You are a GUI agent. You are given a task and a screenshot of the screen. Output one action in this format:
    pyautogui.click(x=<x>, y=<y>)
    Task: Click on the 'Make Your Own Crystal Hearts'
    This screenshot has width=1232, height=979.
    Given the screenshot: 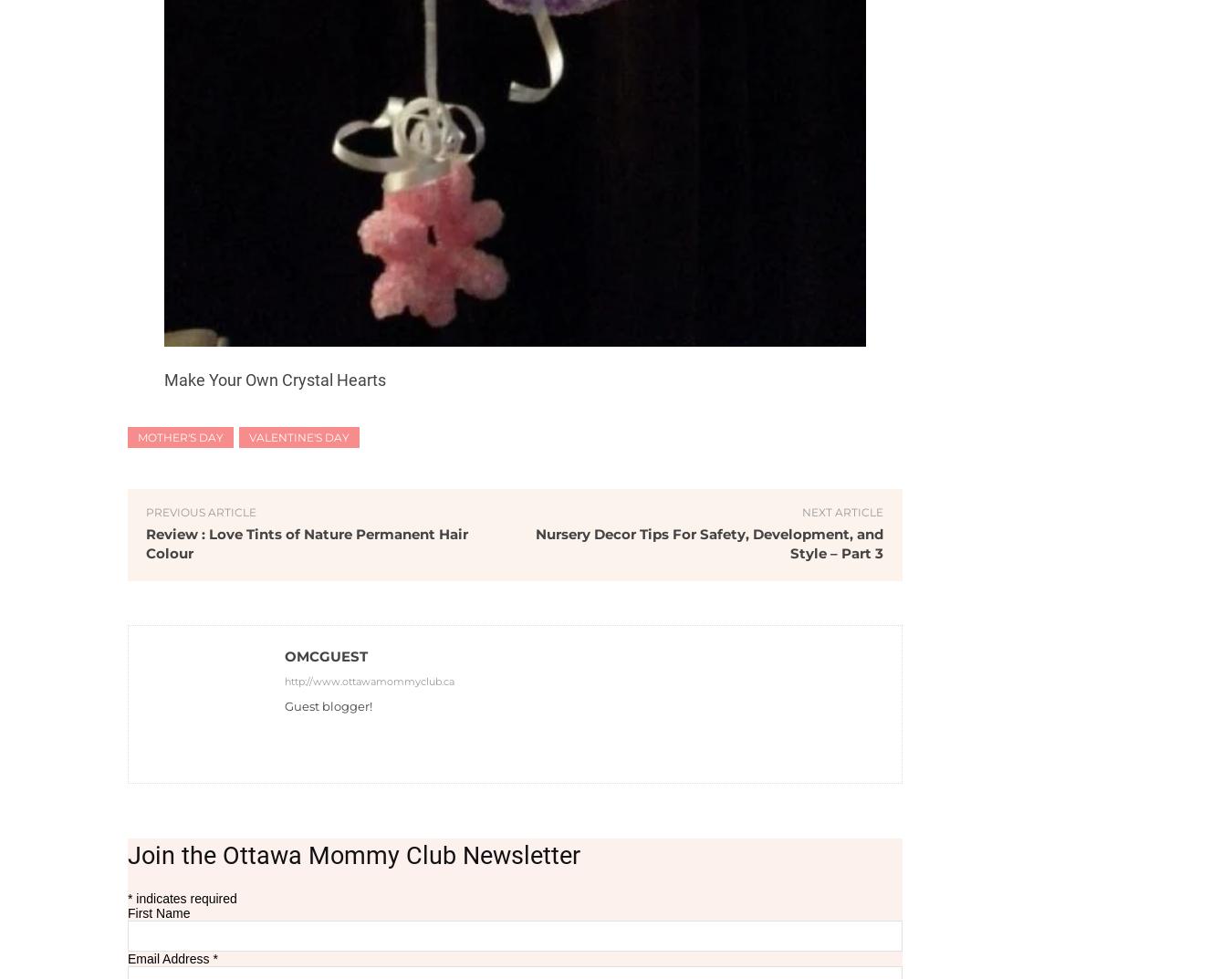 What is the action you would take?
    pyautogui.click(x=274, y=379)
    